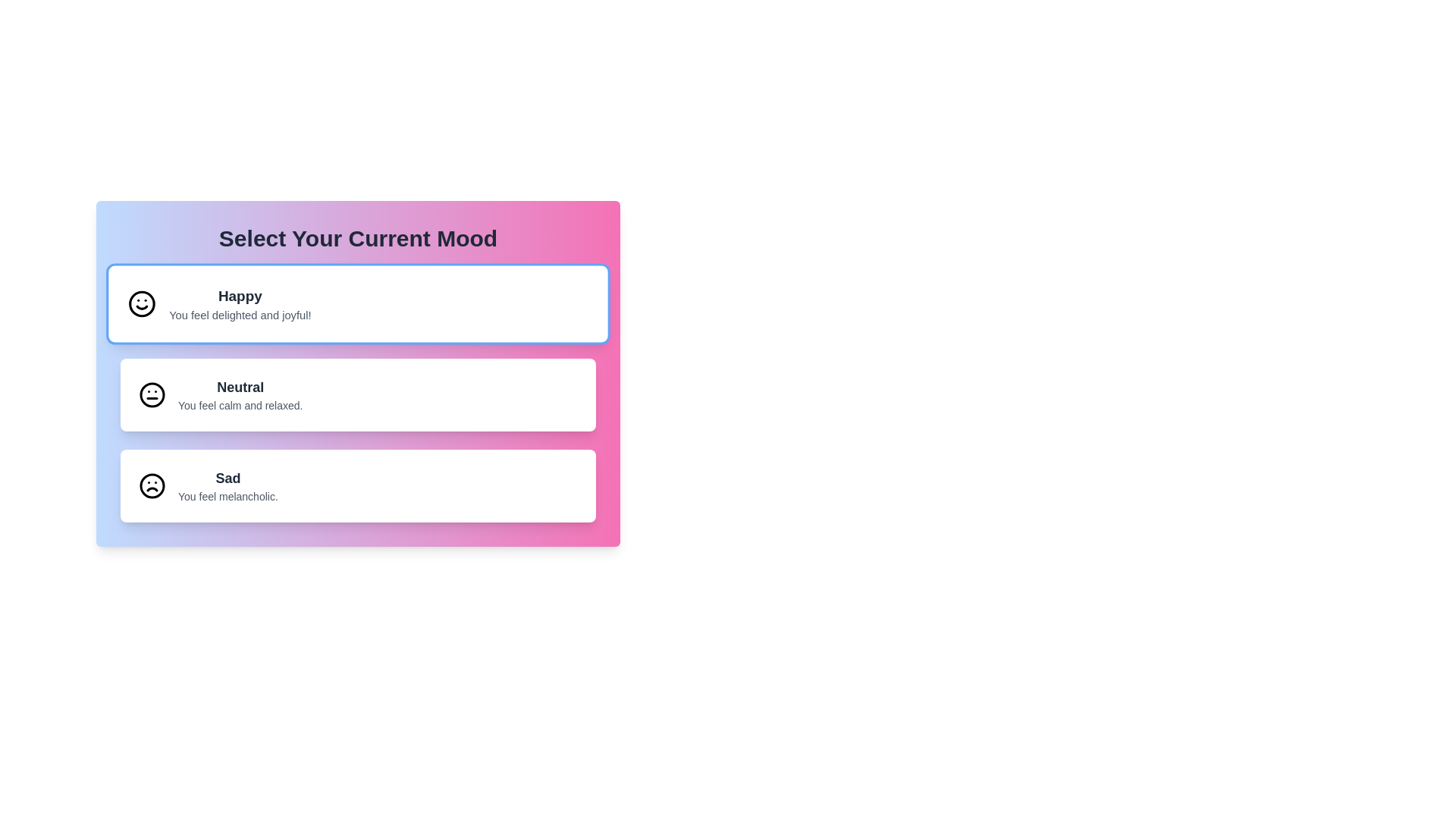  Describe the element at coordinates (239, 296) in the screenshot. I see `the header text label indicating the selected mood as 'Happy', positioned above the text 'You feel delighted and joyful!' in the first card of the mood options list` at that location.